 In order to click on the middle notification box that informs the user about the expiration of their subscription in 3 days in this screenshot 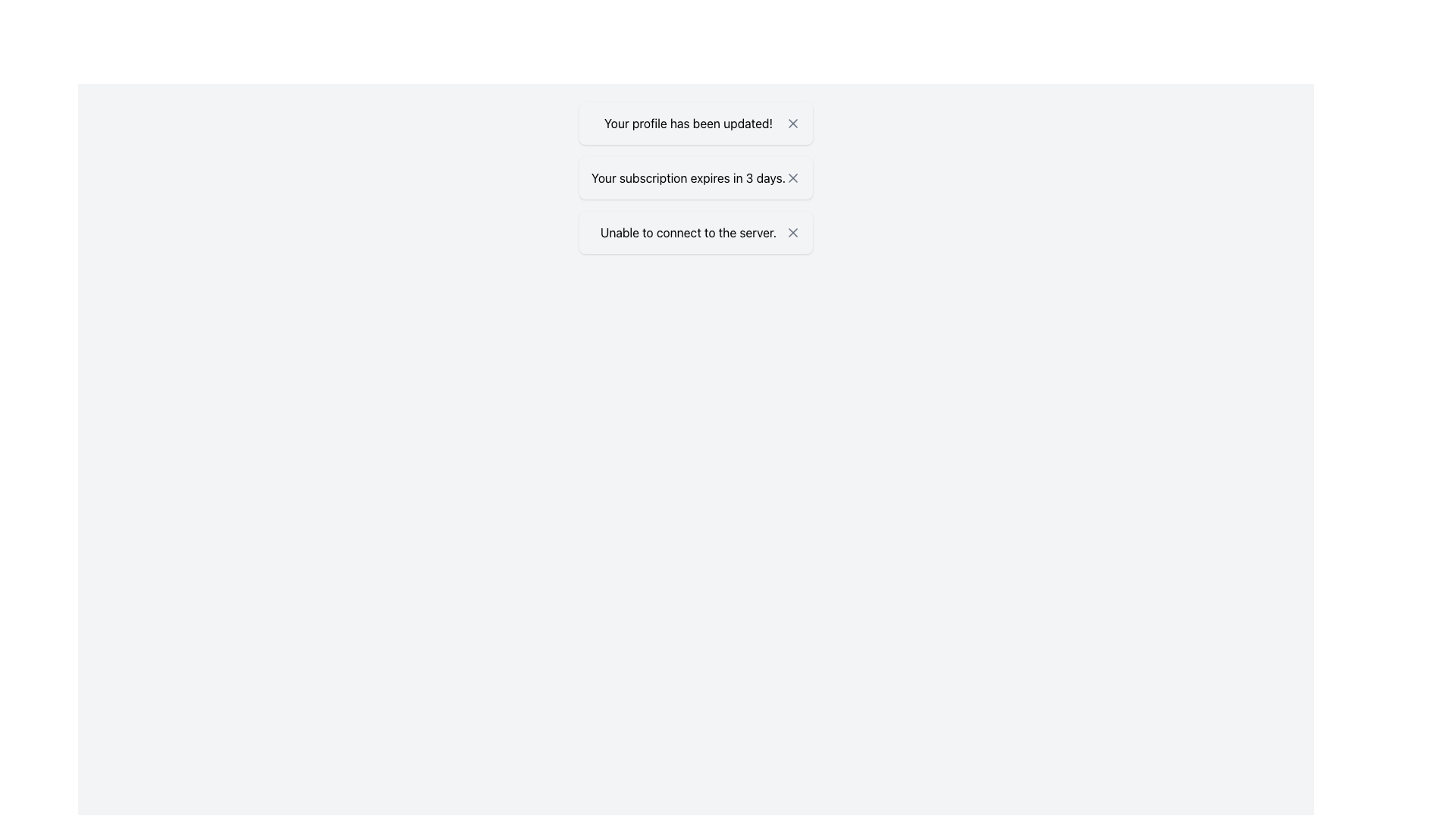, I will do `click(695, 177)`.